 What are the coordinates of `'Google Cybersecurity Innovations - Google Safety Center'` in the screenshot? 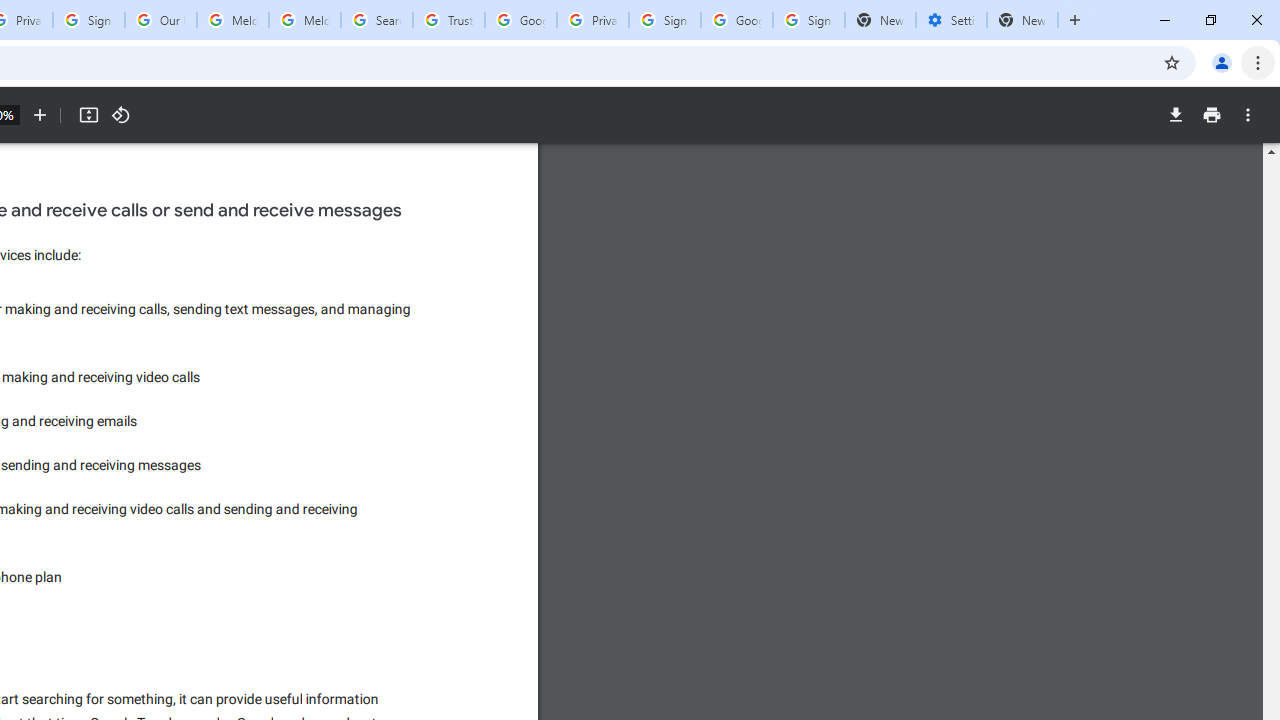 It's located at (736, 20).